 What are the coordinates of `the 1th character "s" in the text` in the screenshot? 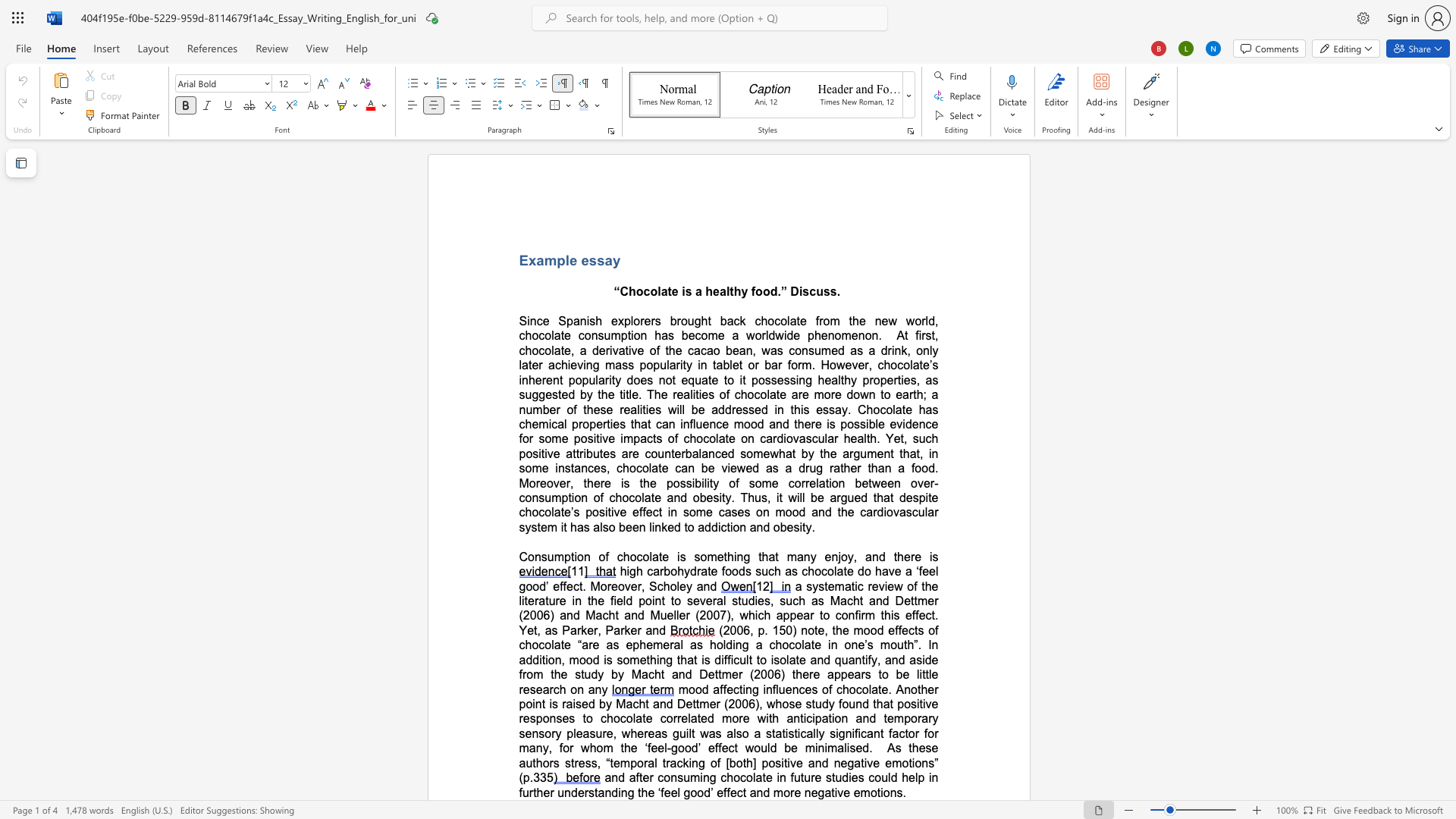 It's located at (767, 379).